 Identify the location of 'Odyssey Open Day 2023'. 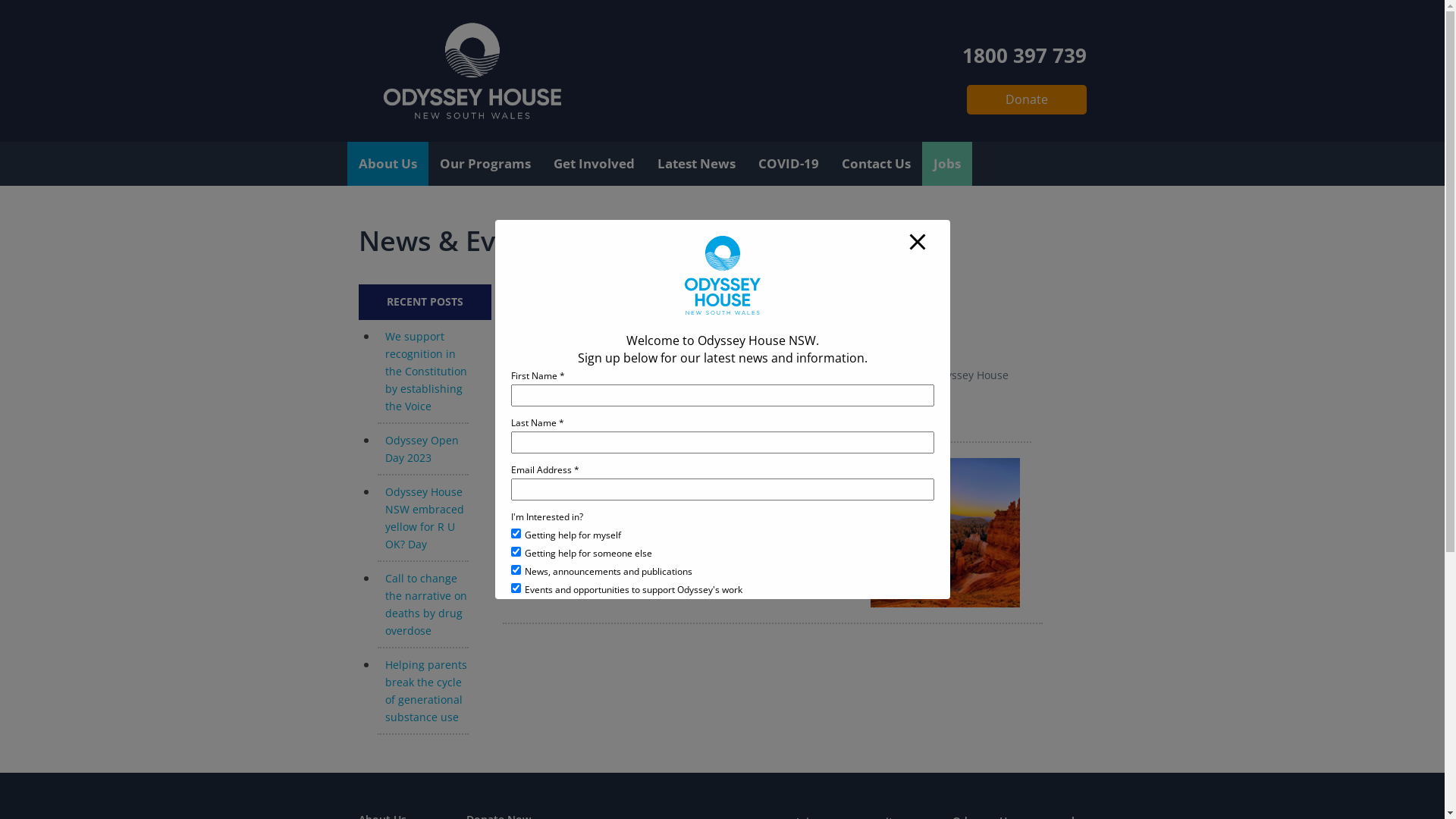
(385, 447).